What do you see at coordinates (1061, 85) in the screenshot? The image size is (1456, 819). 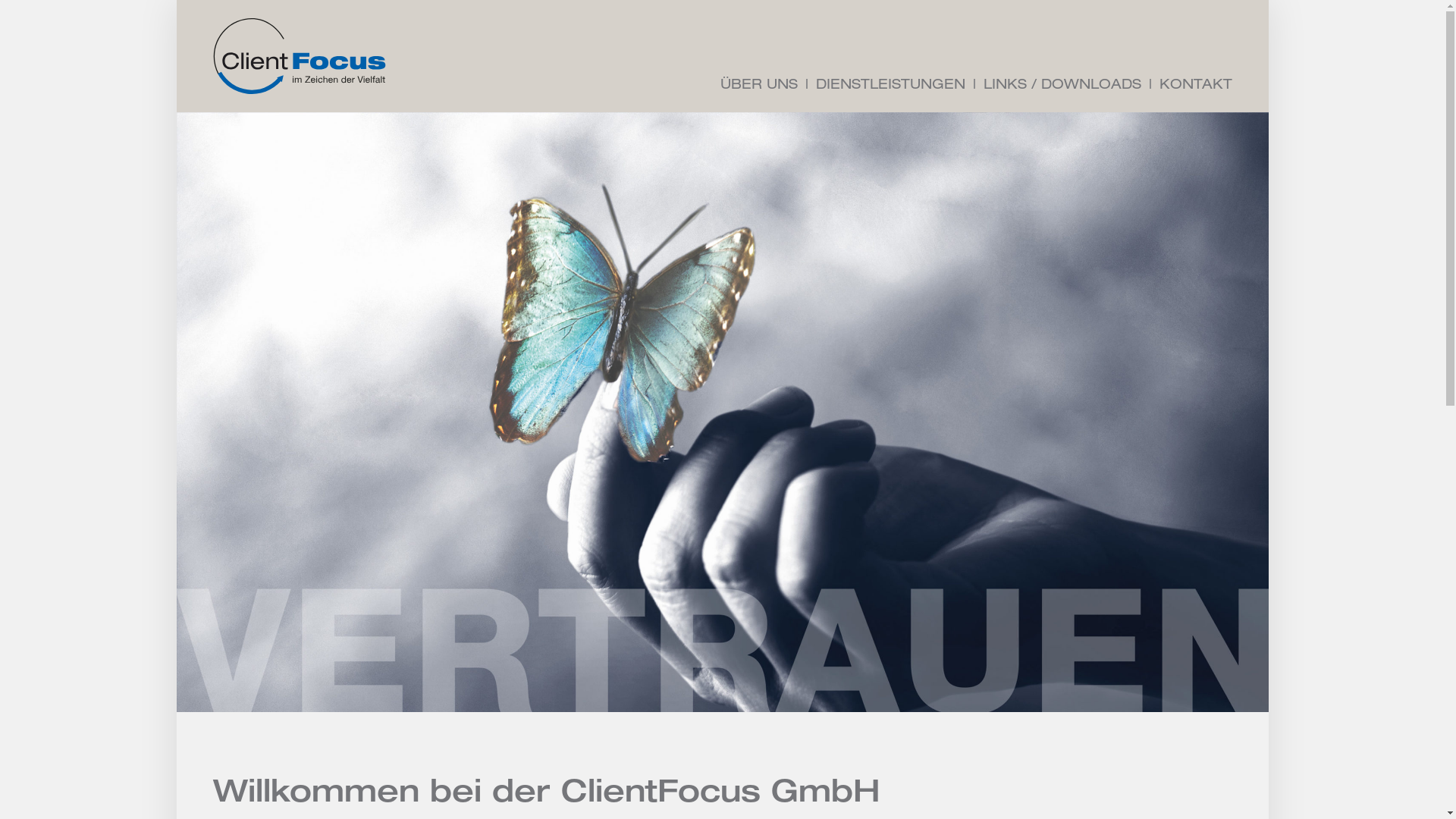 I see `'LINKS / DOWNLOADS'` at bounding box center [1061, 85].